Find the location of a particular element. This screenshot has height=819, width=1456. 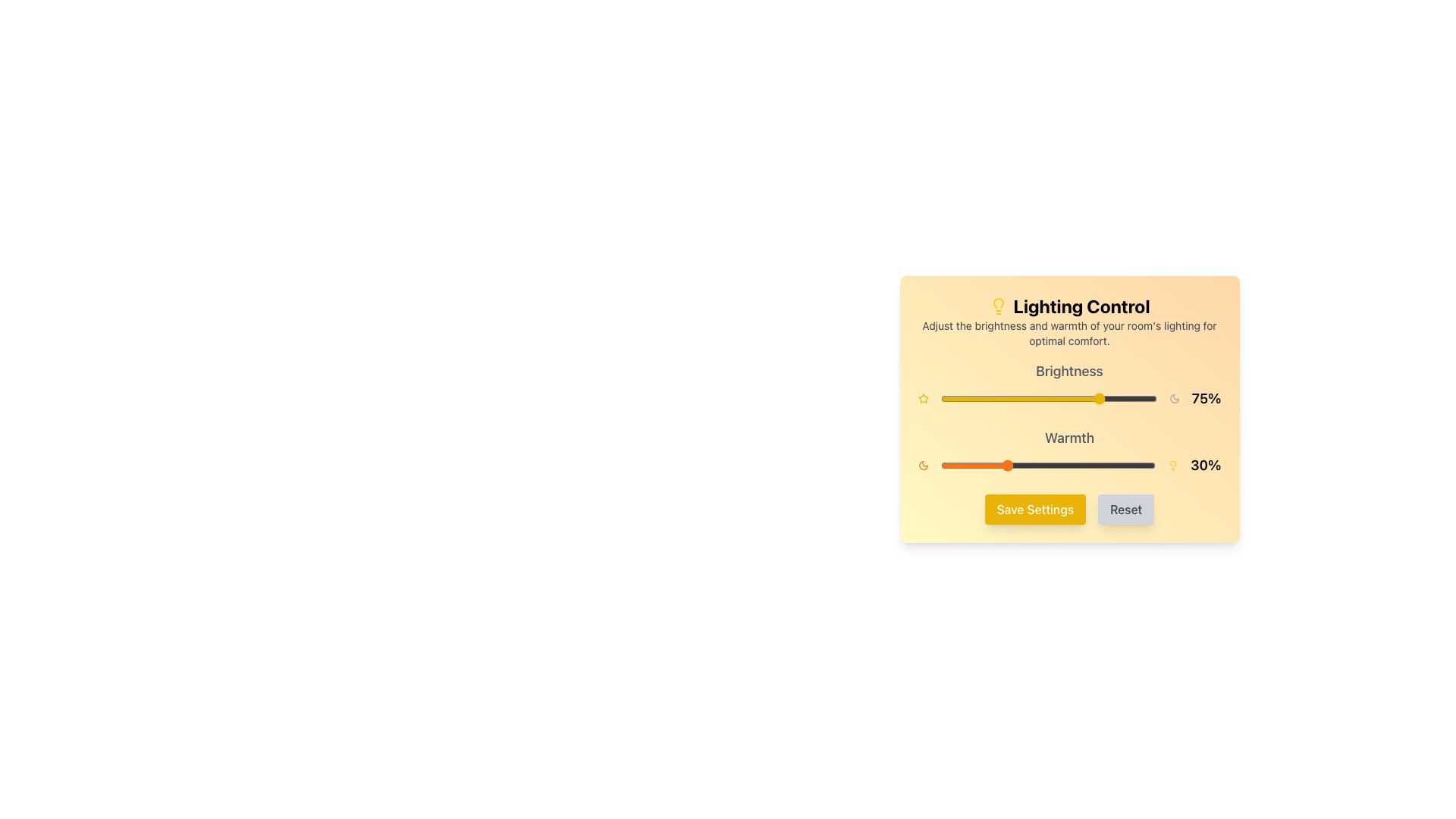

warmth is located at coordinates (1153, 464).